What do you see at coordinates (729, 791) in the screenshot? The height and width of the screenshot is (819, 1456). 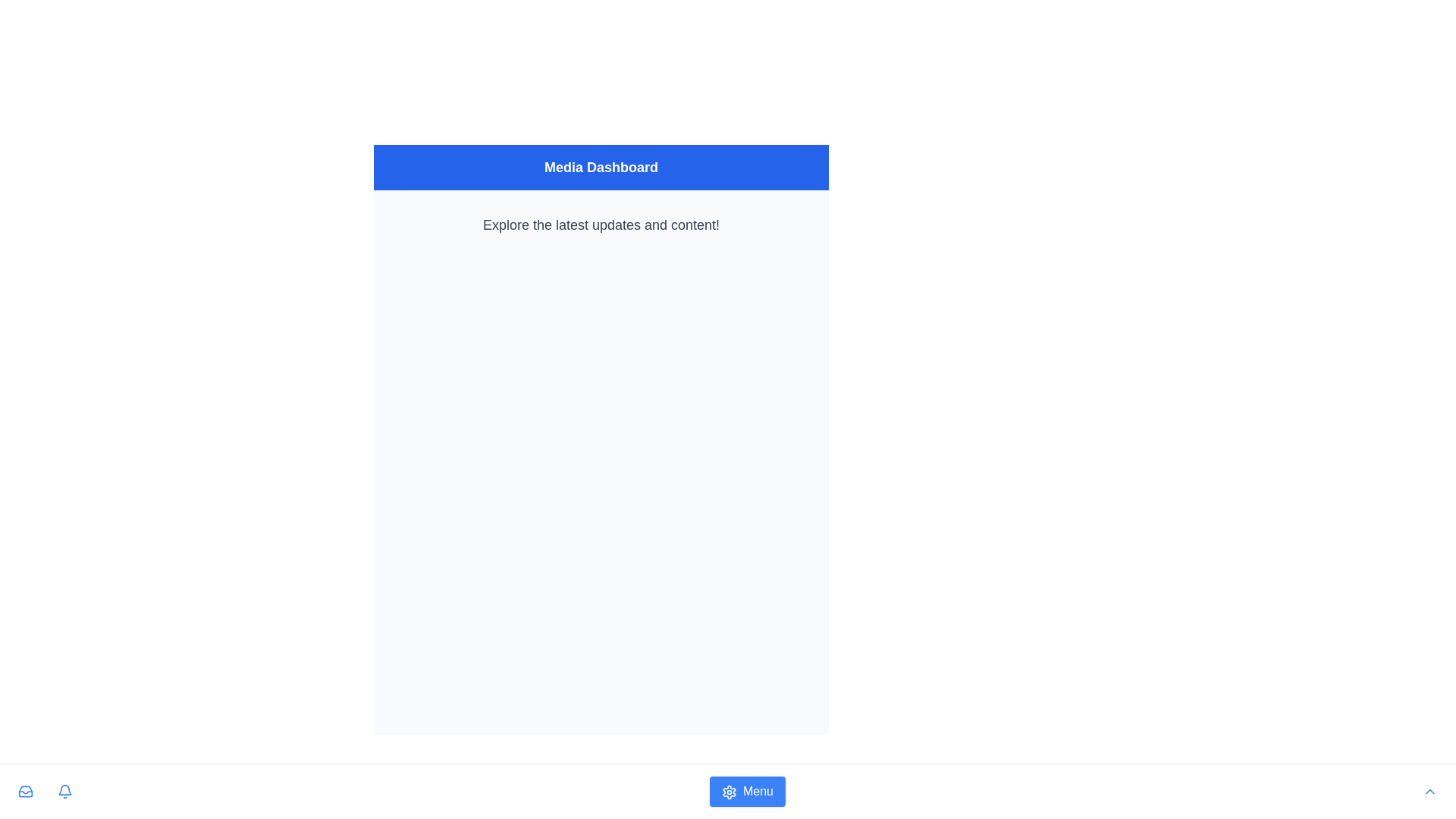 I see `the 'Menu' icon located at the bottom center of the interface` at bounding box center [729, 791].